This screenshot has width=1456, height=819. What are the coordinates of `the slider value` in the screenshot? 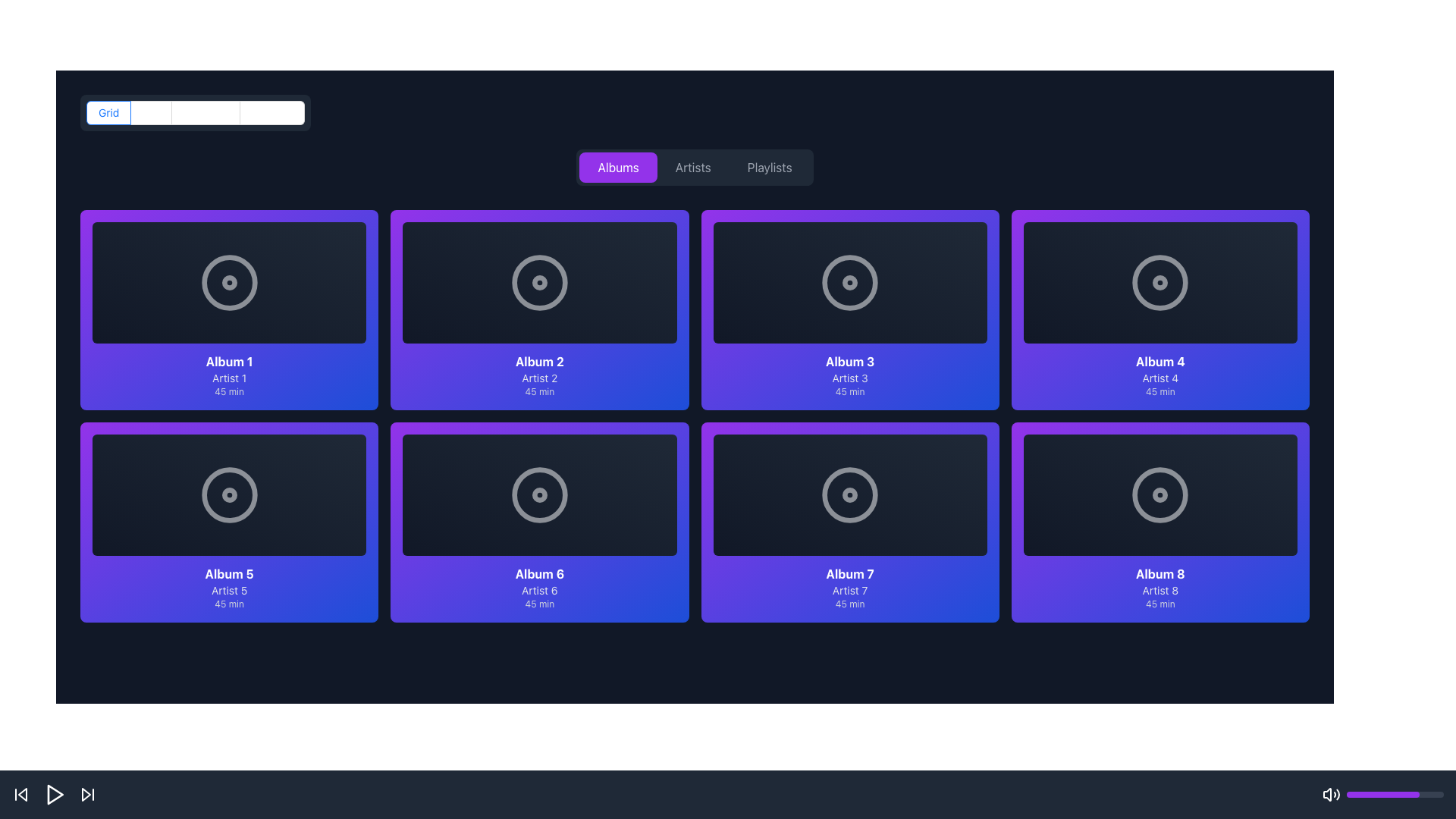 It's located at (1373, 794).